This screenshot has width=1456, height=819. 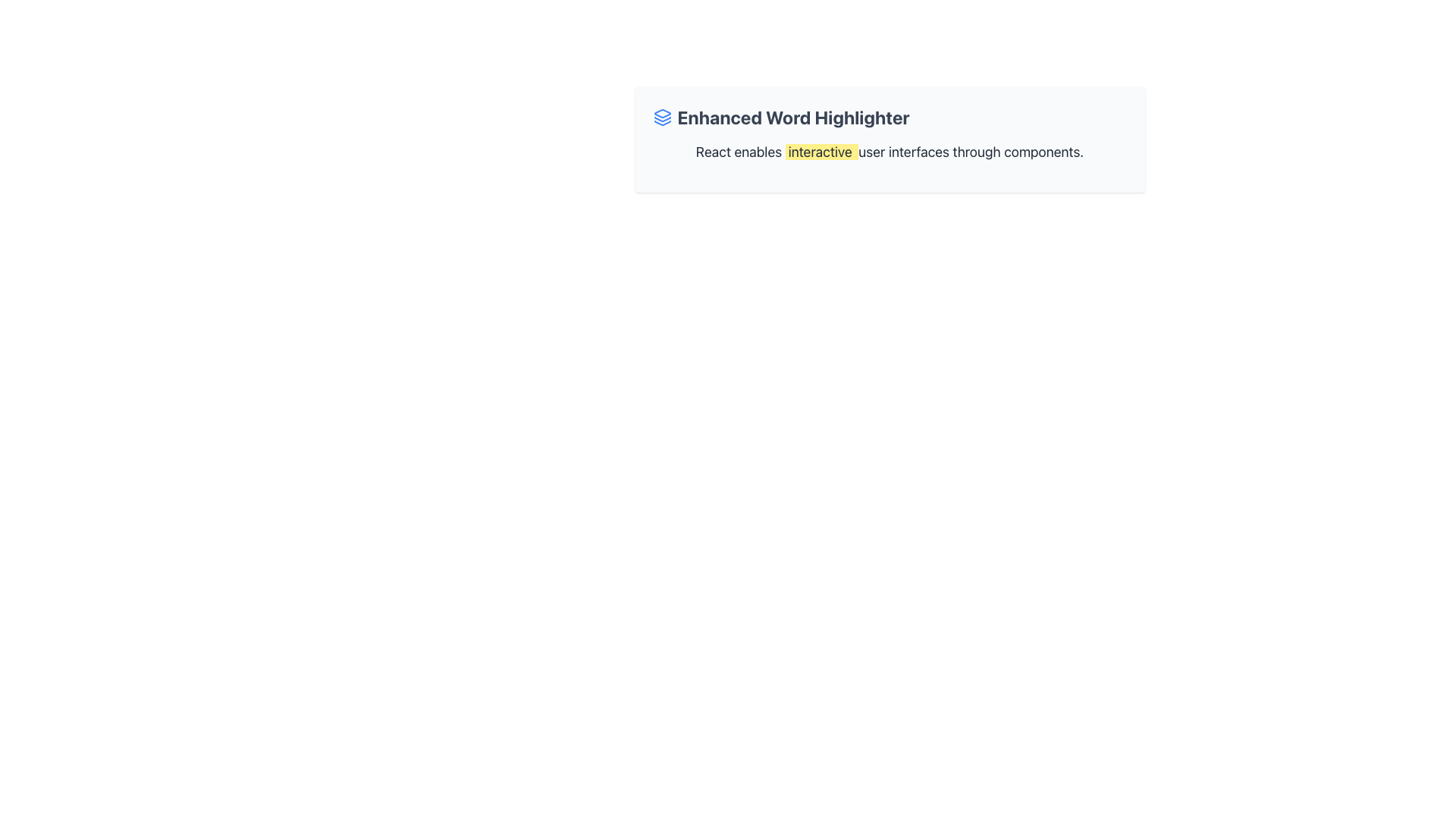 What do you see at coordinates (890, 140) in the screenshot?
I see `the highlighted word 'interactive' in the text block that describes the interactive word highlighting feature` at bounding box center [890, 140].